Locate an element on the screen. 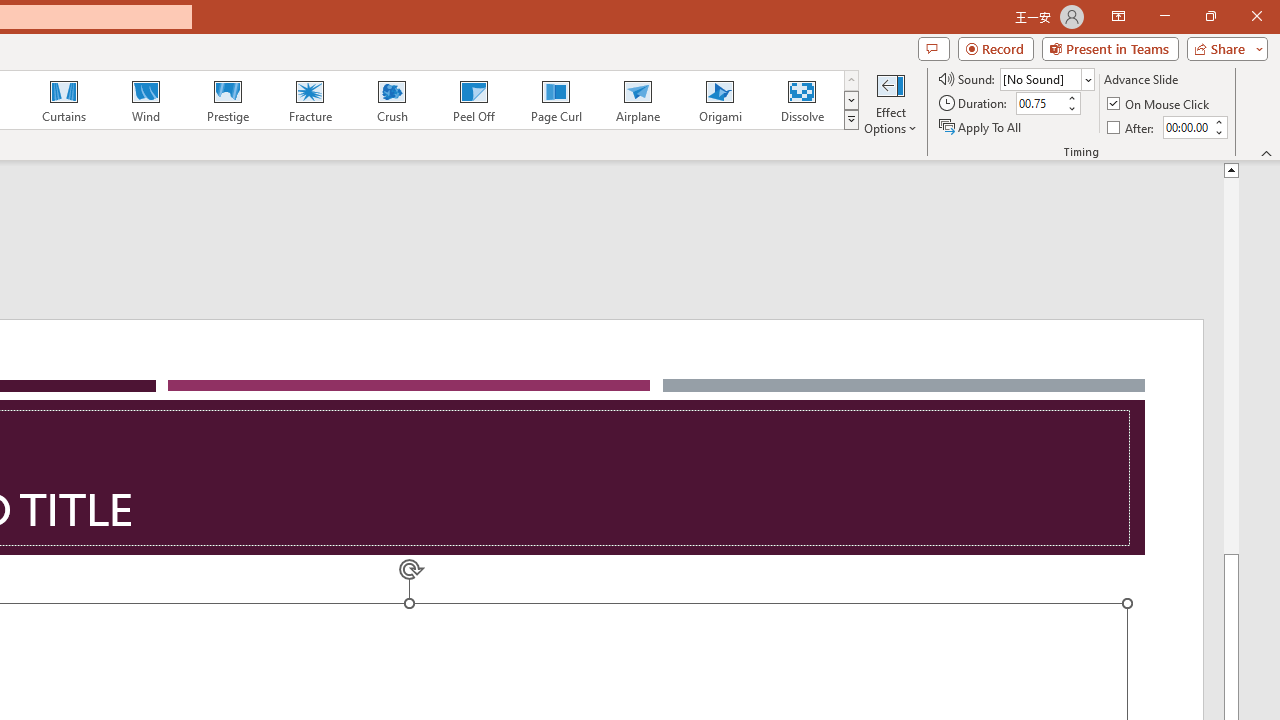 The height and width of the screenshot is (720, 1280). 'Effect Options' is located at coordinates (889, 103).